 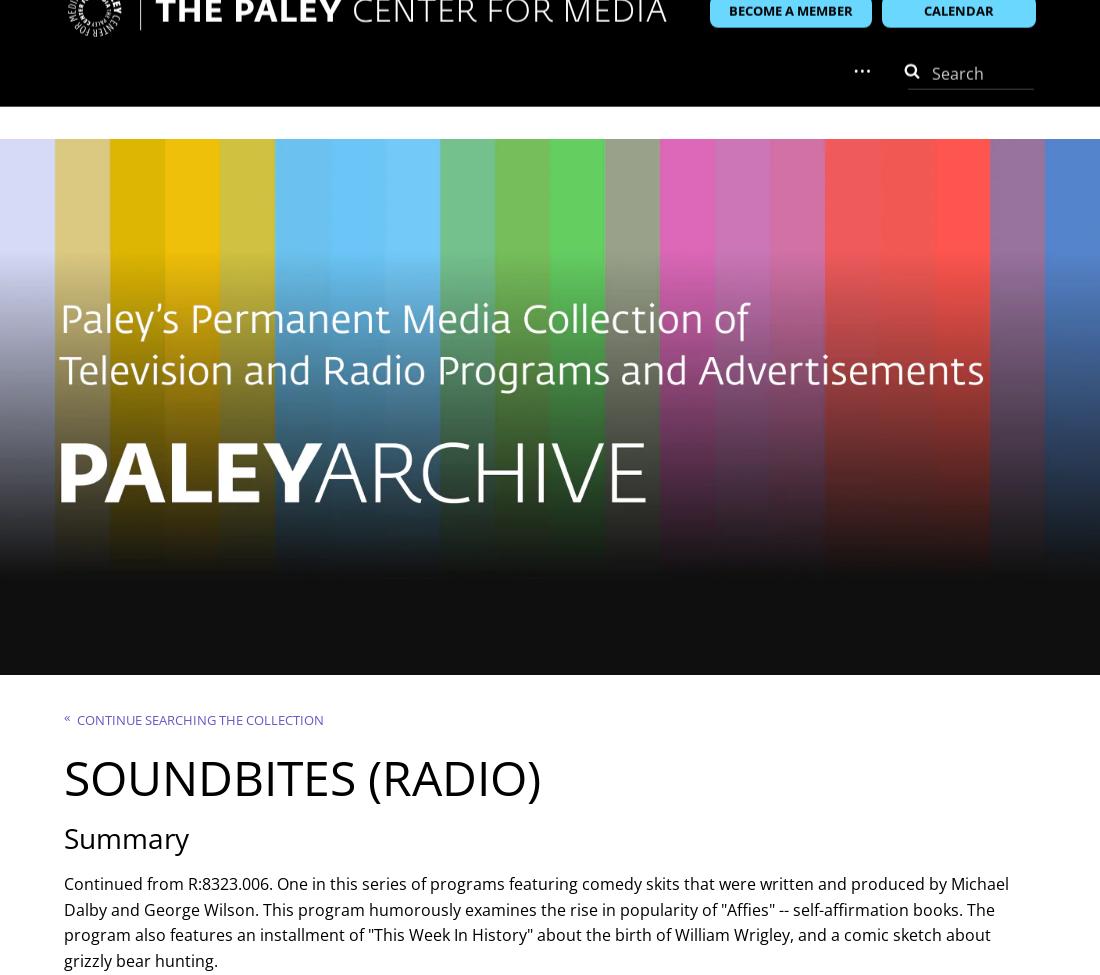 What do you see at coordinates (267, 101) in the screenshot?
I see `'Membership'` at bounding box center [267, 101].